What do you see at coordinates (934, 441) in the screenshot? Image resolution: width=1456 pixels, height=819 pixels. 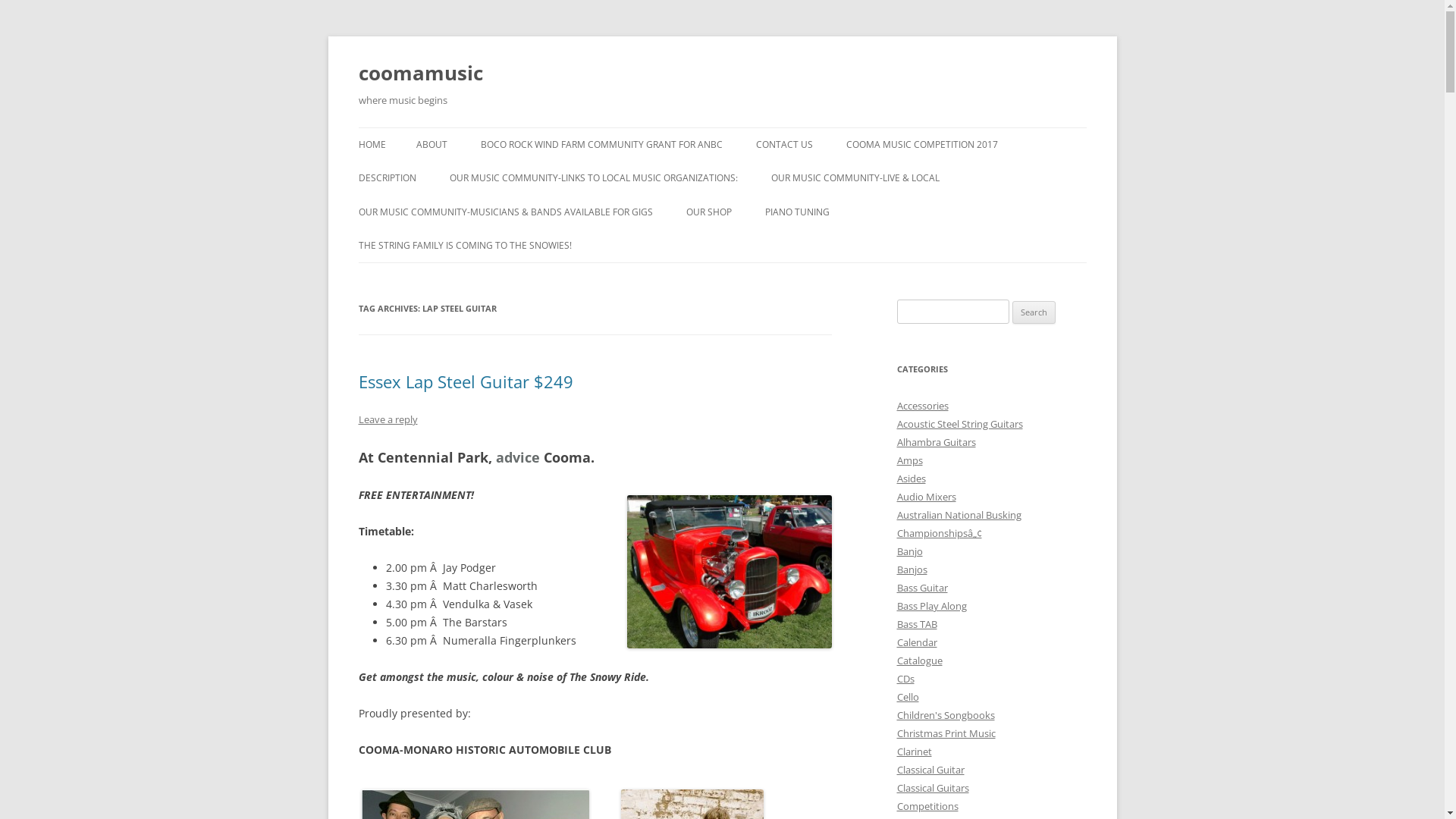 I see `'Alhambra Guitars'` at bounding box center [934, 441].